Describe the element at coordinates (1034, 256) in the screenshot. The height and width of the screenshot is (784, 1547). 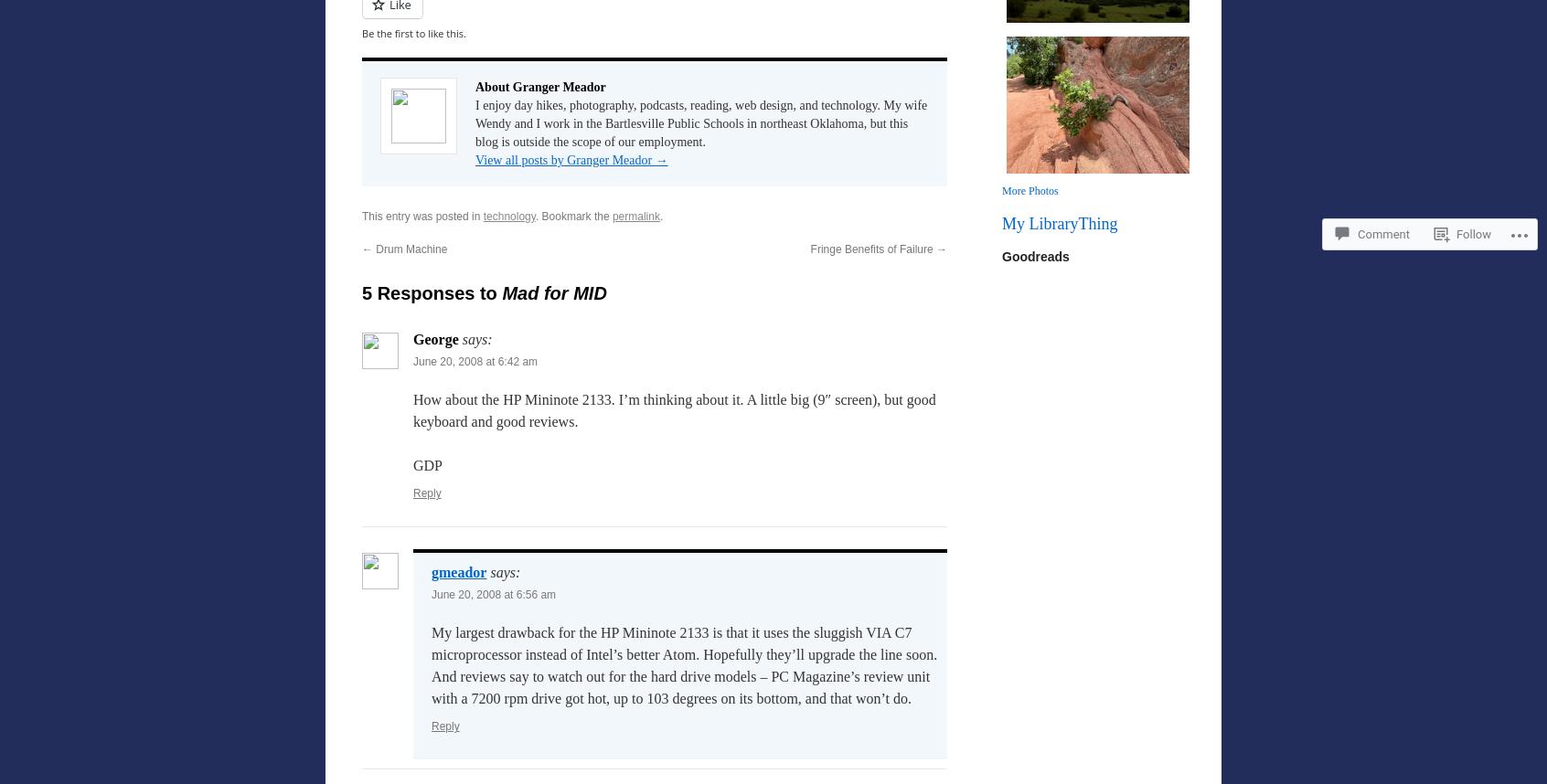
I see `'Goodreads'` at that location.